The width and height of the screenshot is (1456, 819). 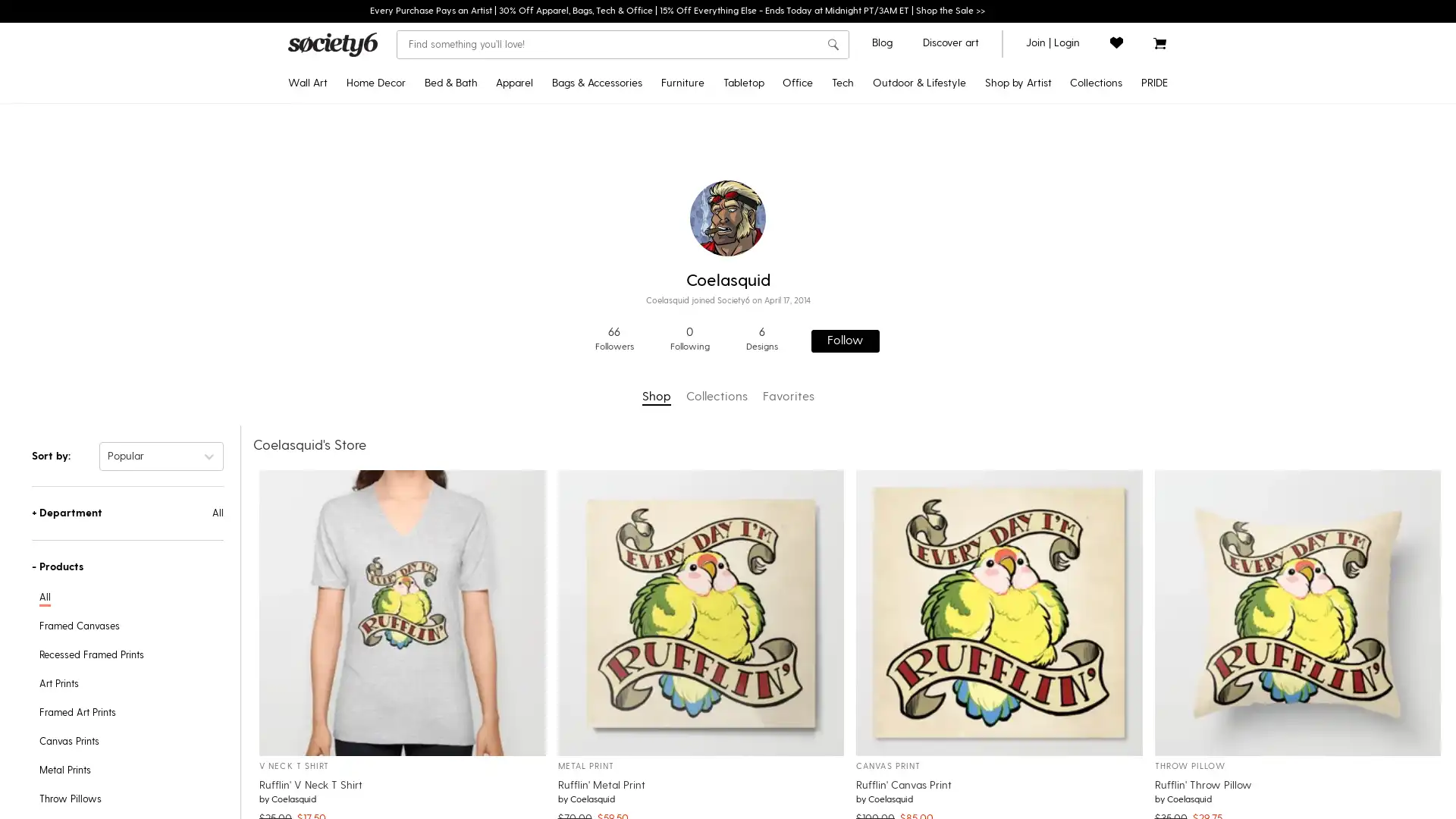 I want to click on Follow, so click(x=843, y=339).